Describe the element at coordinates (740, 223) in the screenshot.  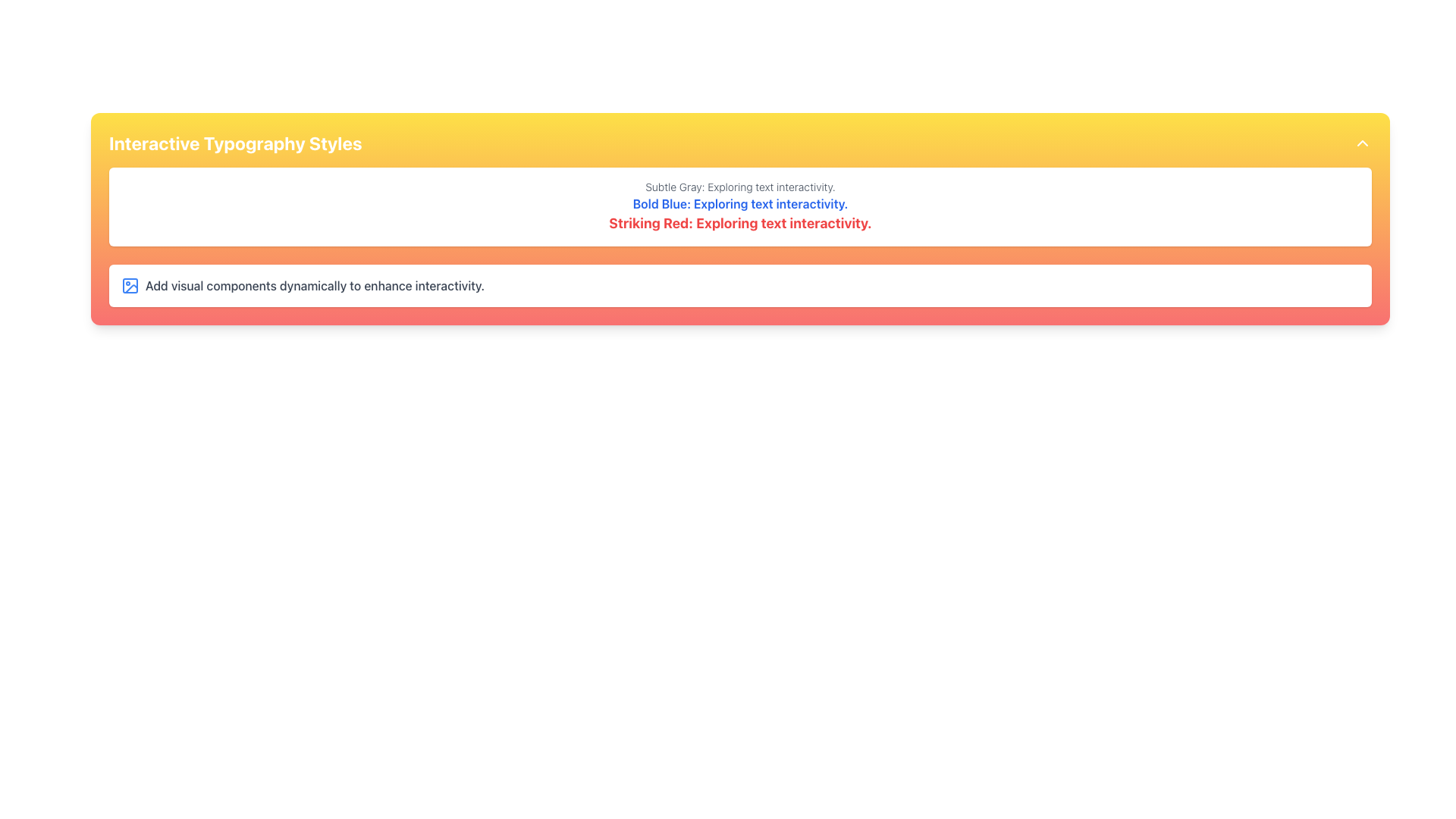
I see `the text element that reads 'Striking Red: Exploring text interactivity.' which is styled in bold with a large font size and vibrant red color, located below the text 'Bold Blue: Exploring text interactivity.'` at that location.